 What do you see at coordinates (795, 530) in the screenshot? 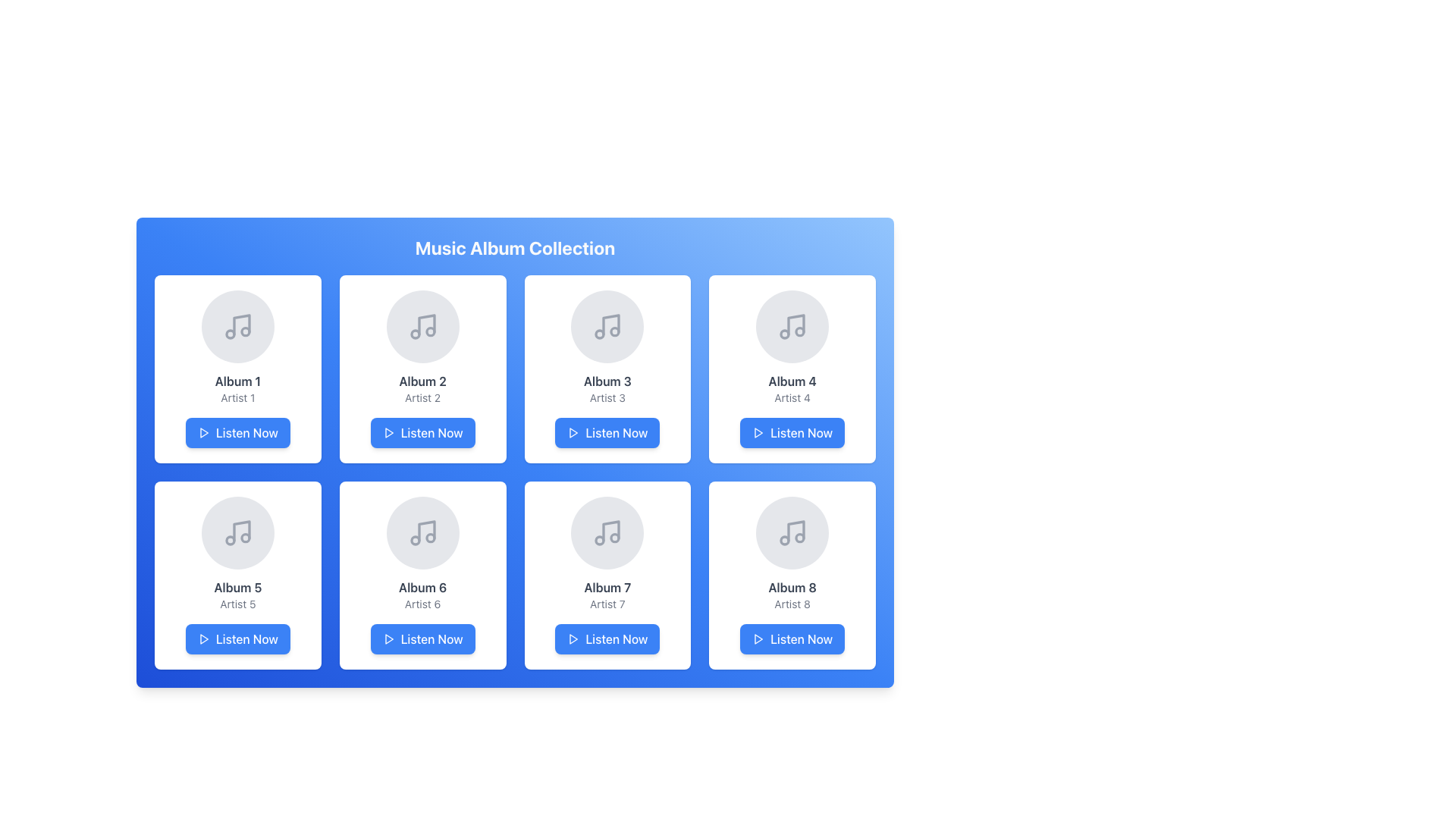
I see `the thin, vertical line segment resembling the stem of a musical note located in the lower-right corner of the circular music note icon within the eighth album card` at bounding box center [795, 530].